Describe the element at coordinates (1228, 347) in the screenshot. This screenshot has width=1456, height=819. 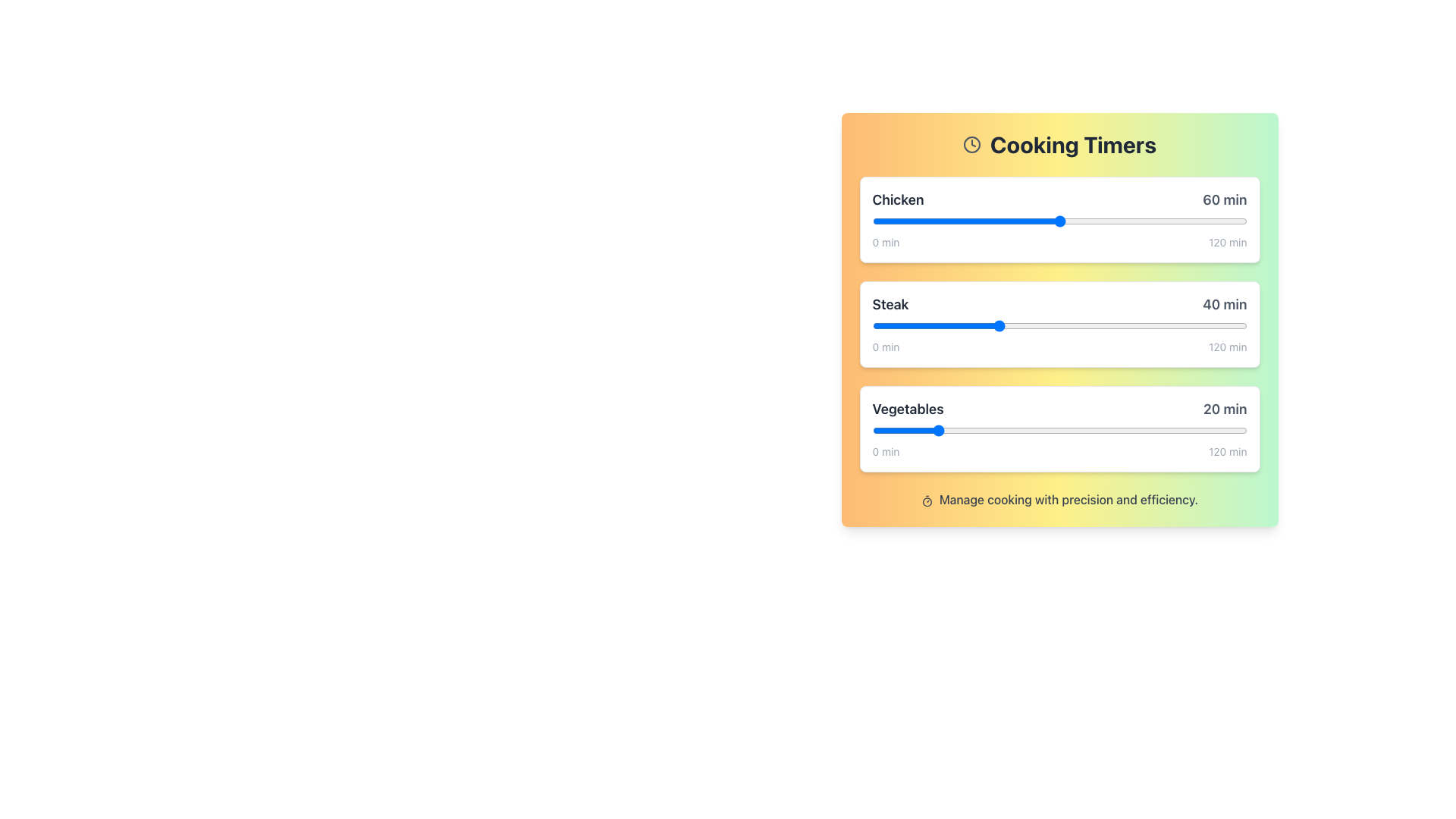
I see `the static text displaying '120 min', which is positioned to the right of the slider component in the timer-related section for the 'Vegetables' timer row` at that location.